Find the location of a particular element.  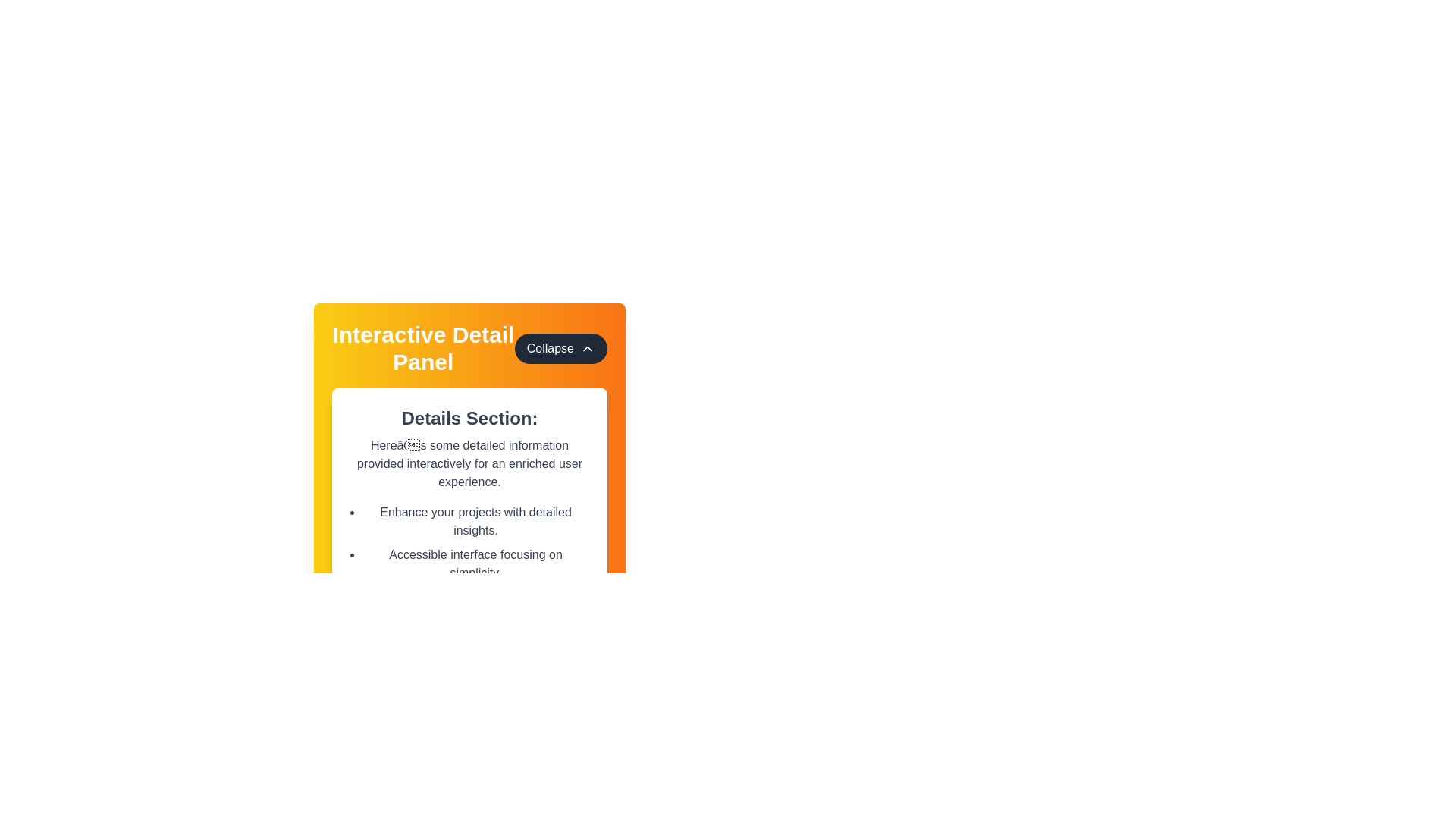

the button located at the top-right corner of the 'Interactive Detail Panel' is located at coordinates (560, 348).